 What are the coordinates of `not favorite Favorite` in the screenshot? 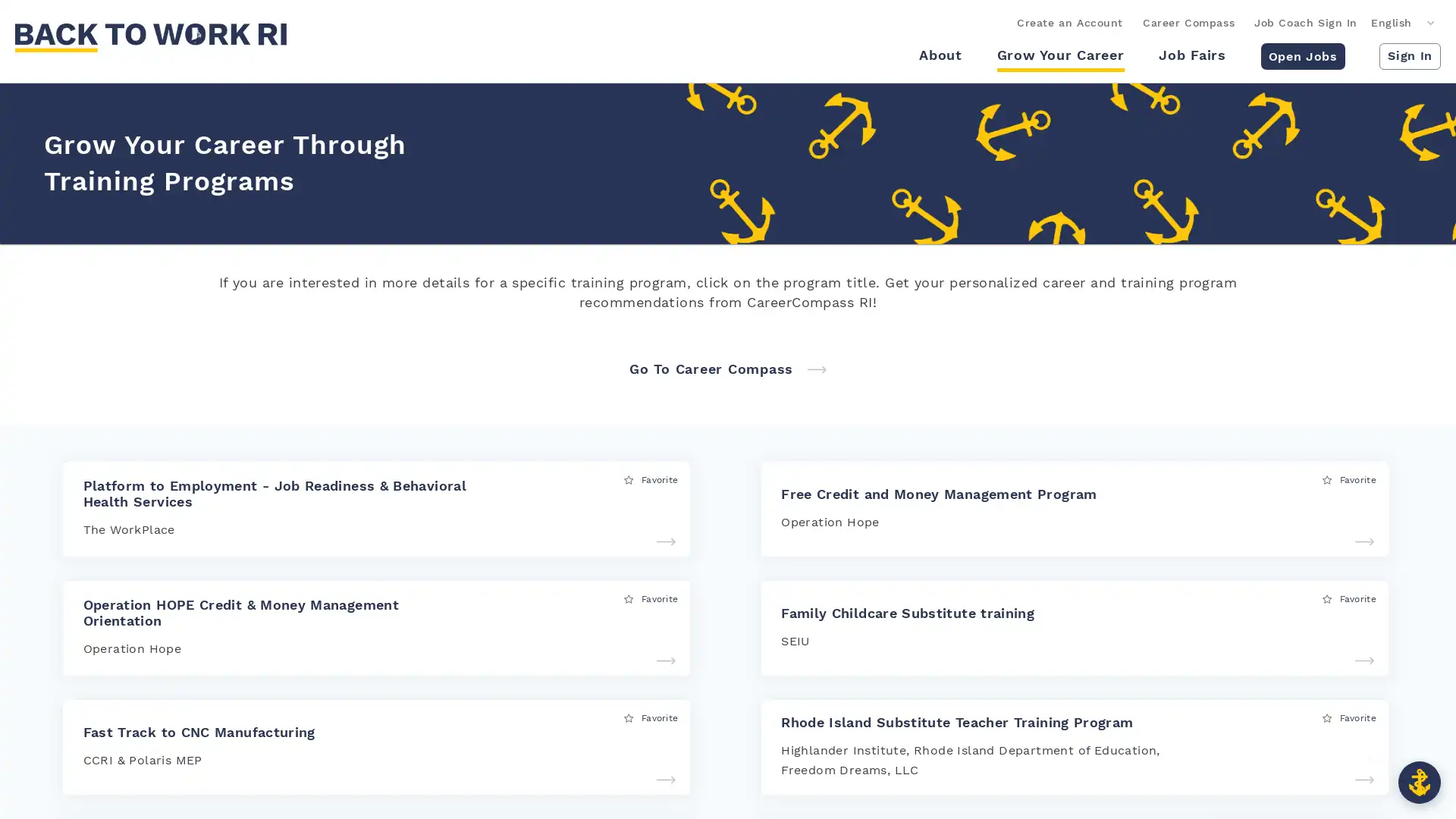 It's located at (1349, 717).